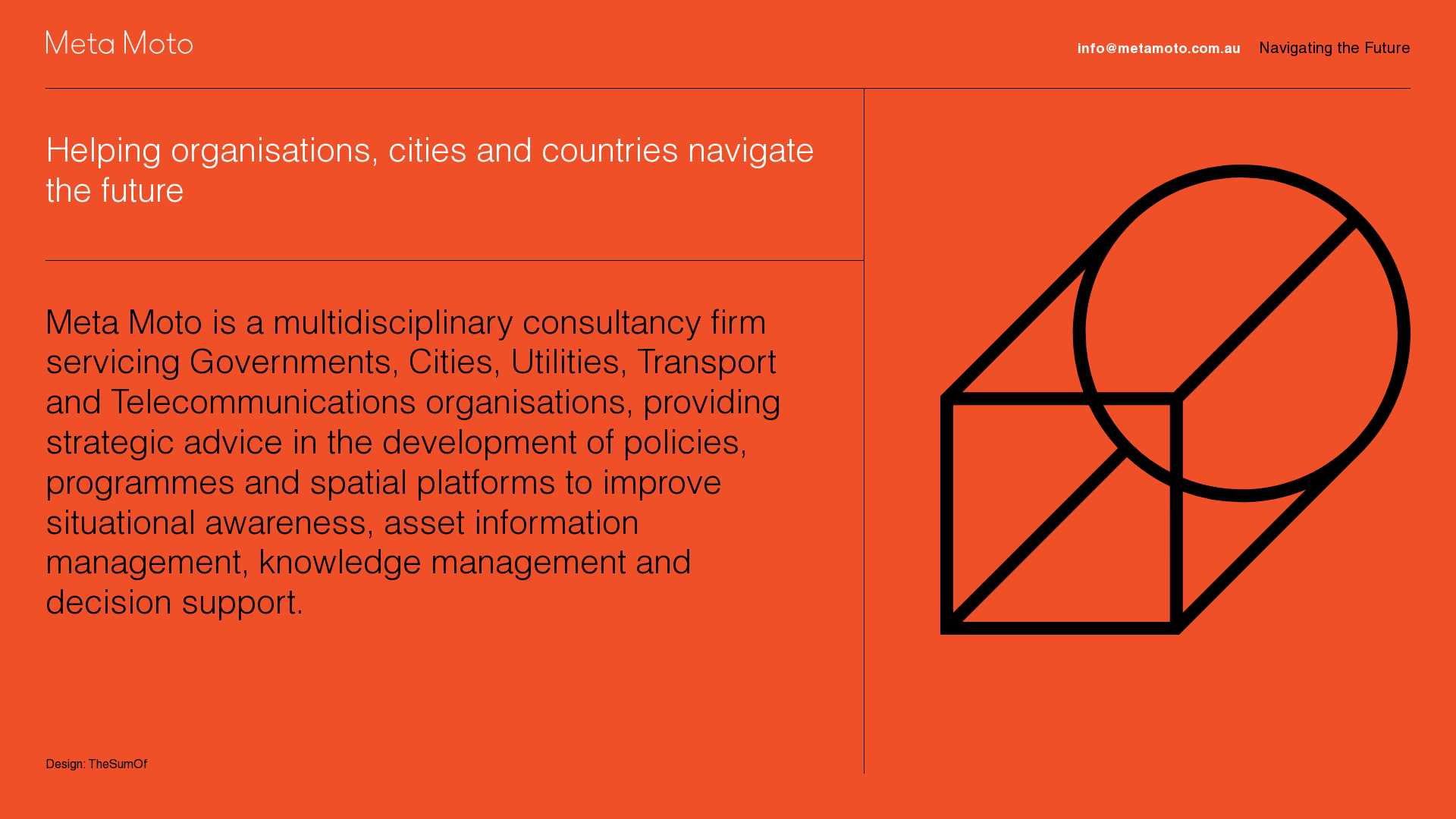 The height and width of the screenshot is (819, 1456). What do you see at coordinates (1076, 49) in the screenshot?
I see `'info@metamoto.com.au'` at bounding box center [1076, 49].